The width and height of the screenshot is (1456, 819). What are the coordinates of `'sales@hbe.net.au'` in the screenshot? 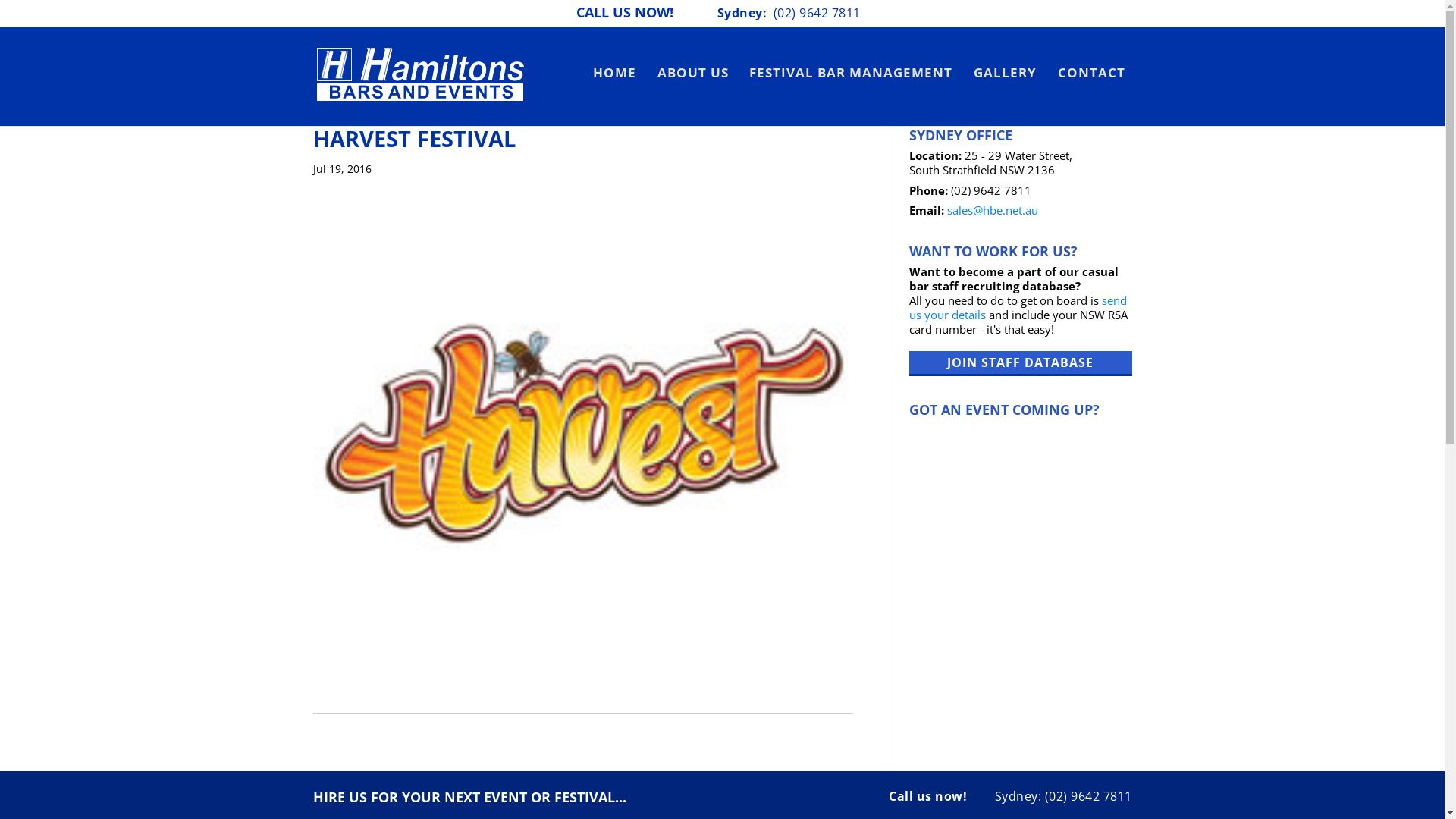 It's located at (992, 210).